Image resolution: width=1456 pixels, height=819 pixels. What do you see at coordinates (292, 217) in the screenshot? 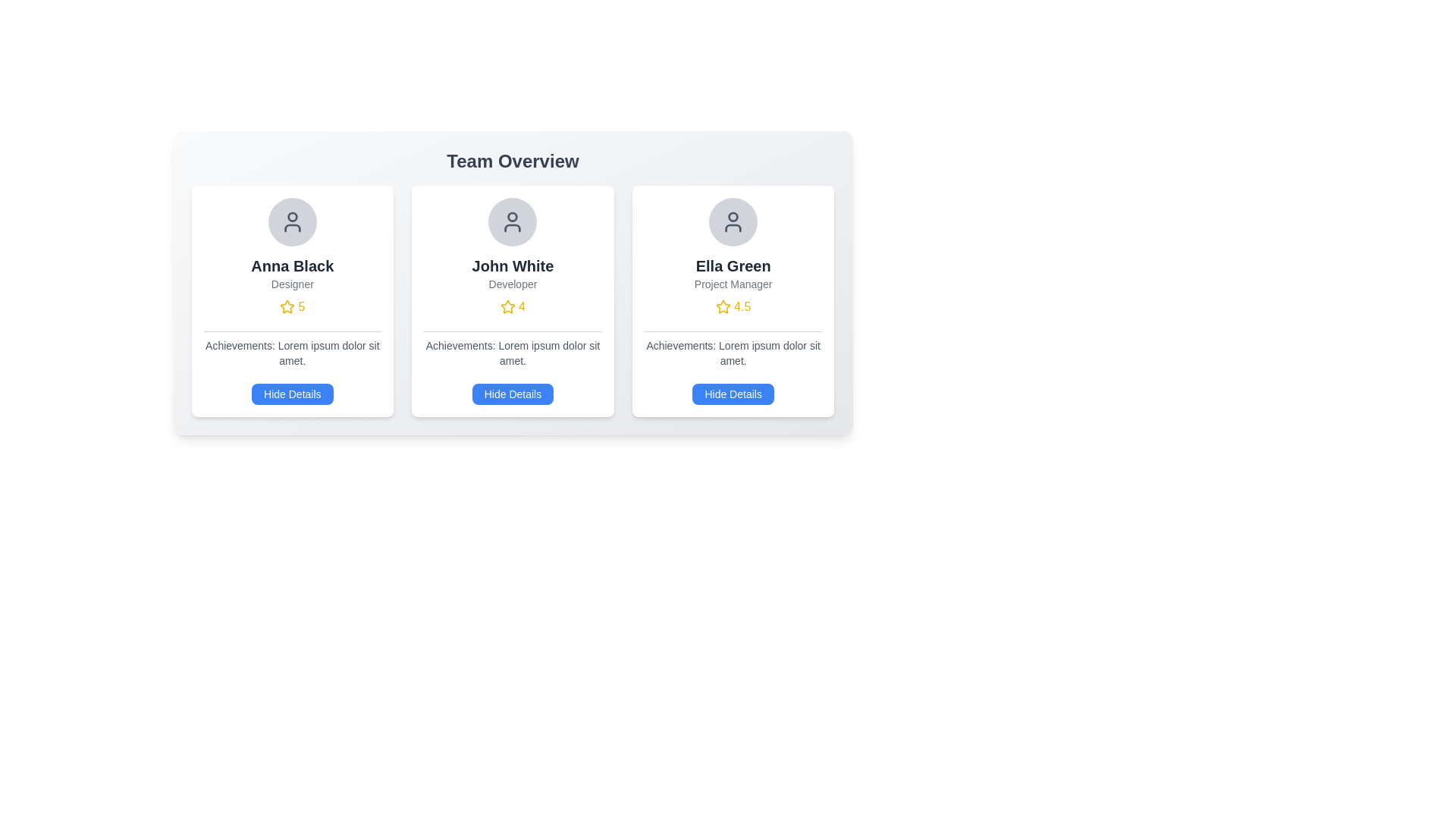
I see `the SVG Ellipse decoration component located at the center of the head outline of the profile icon for Anna Black in the first card` at bounding box center [292, 217].